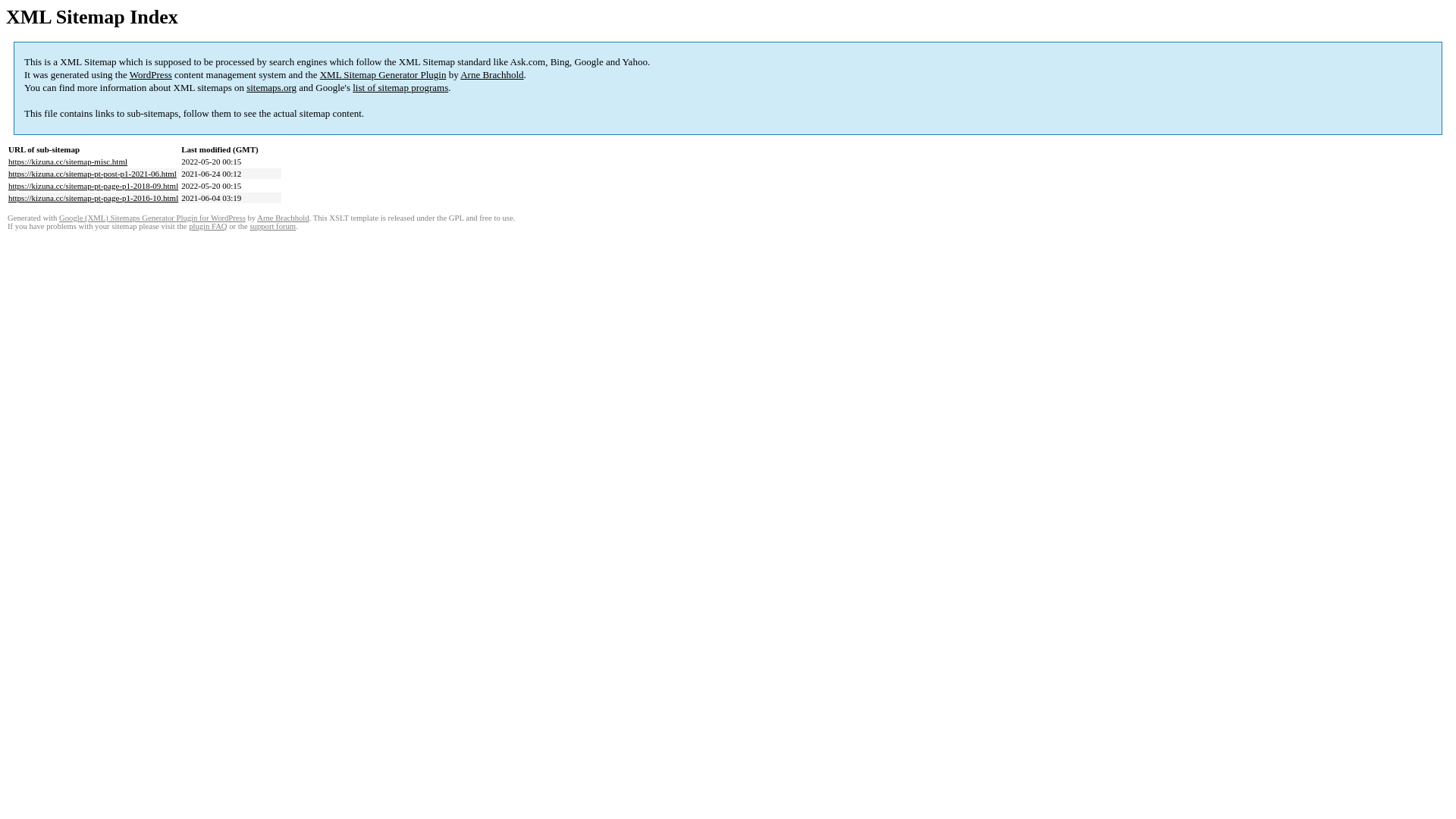 The height and width of the screenshot is (819, 1456). What do you see at coordinates (91, 172) in the screenshot?
I see `'https://kizuna.cc/sitemap-pt-post-p1-2021-06.html'` at bounding box center [91, 172].